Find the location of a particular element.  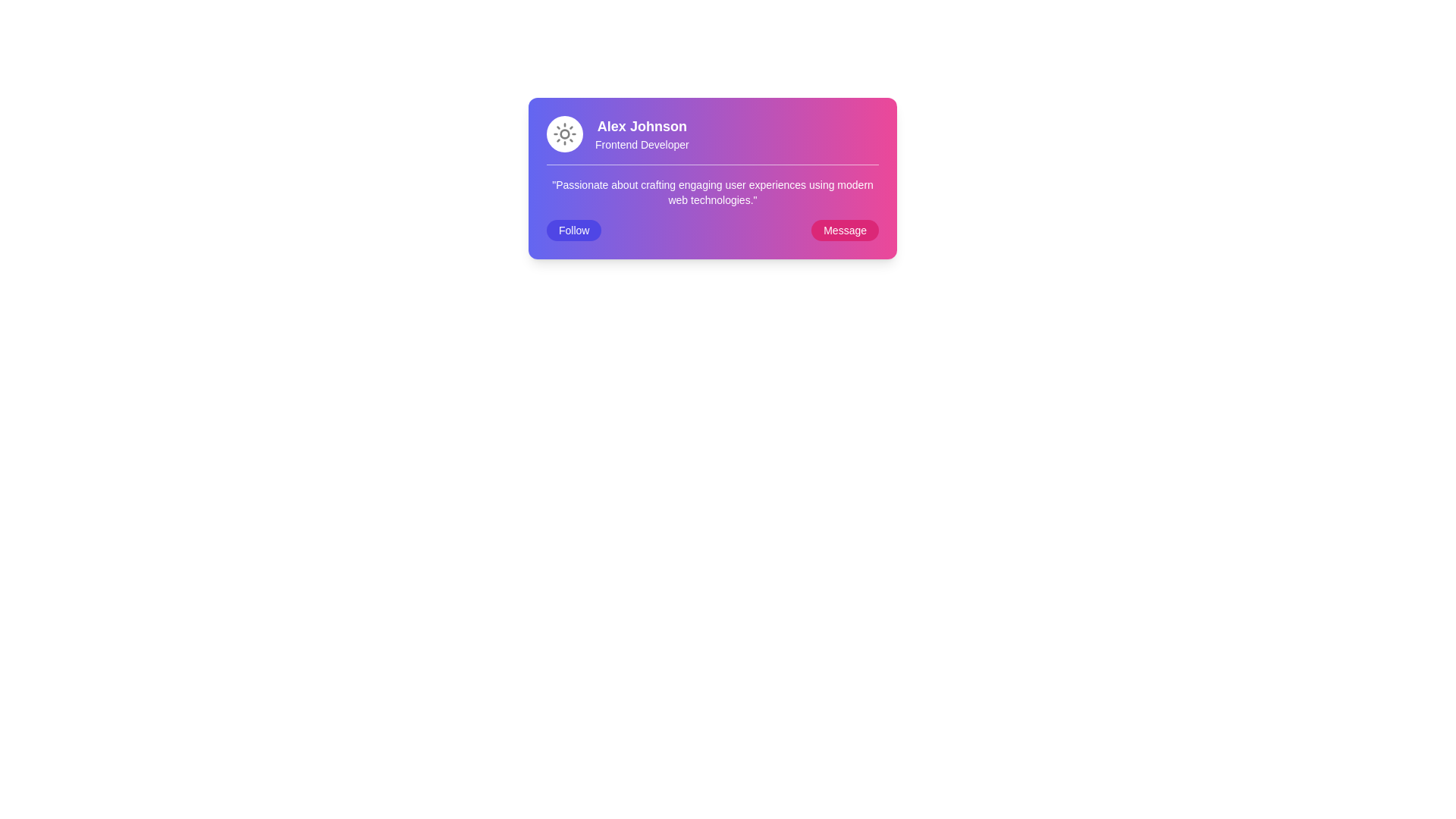

the rounded 'Message' button with a vibrant pink background to initiate a messaging action is located at coordinates (844, 231).